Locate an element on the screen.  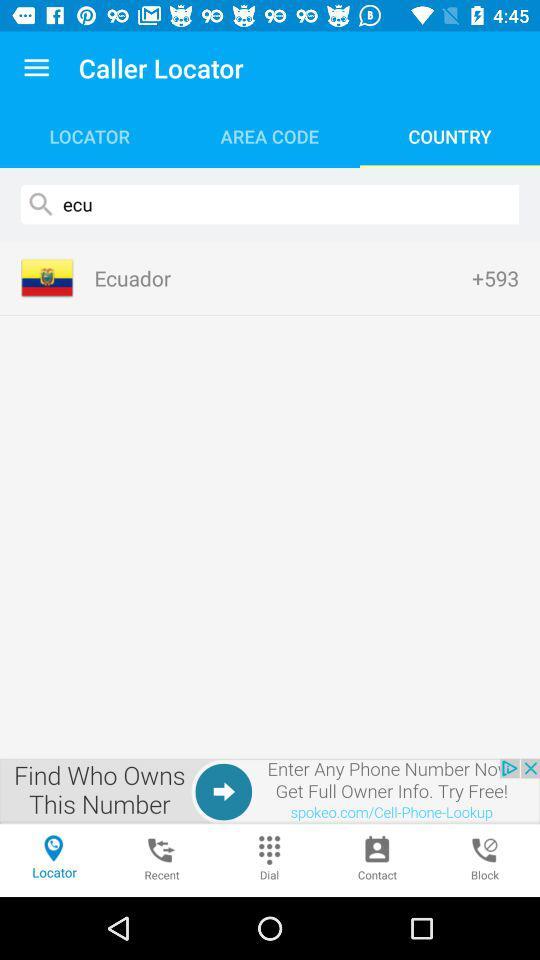
google advertisements is located at coordinates (270, 791).